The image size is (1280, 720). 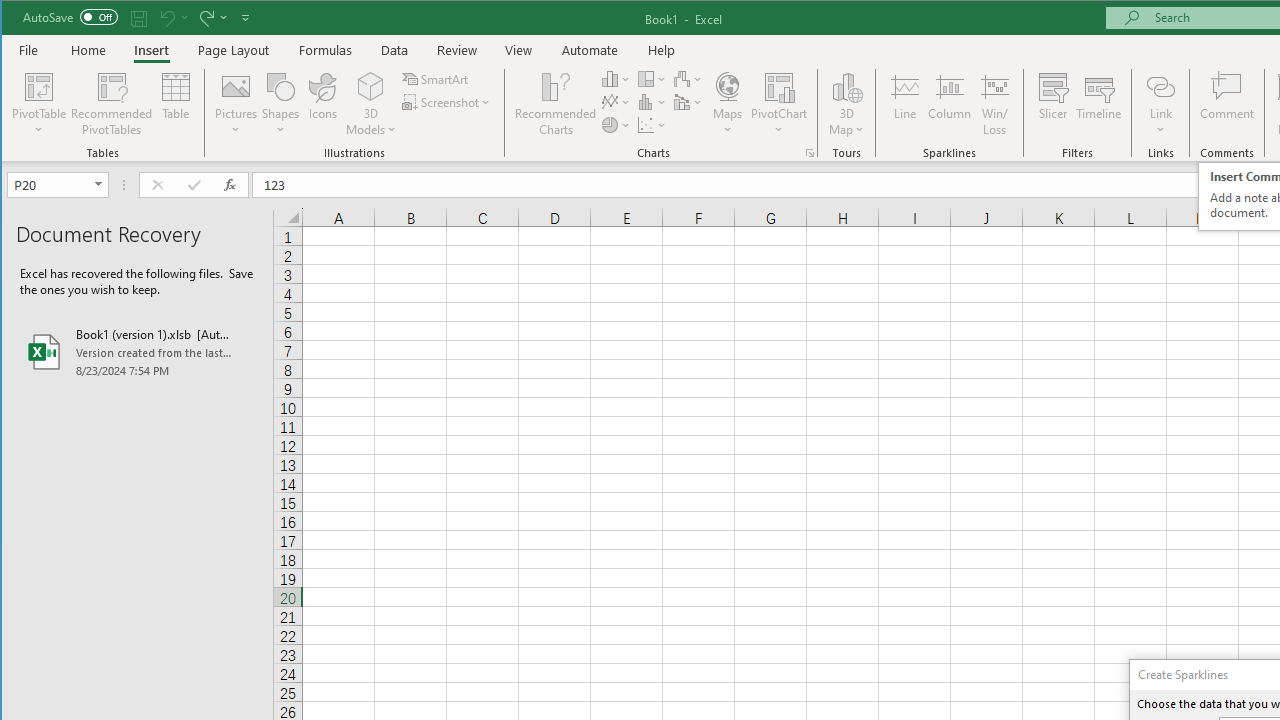 What do you see at coordinates (39, 104) in the screenshot?
I see `'PivotTable'` at bounding box center [39, 104].